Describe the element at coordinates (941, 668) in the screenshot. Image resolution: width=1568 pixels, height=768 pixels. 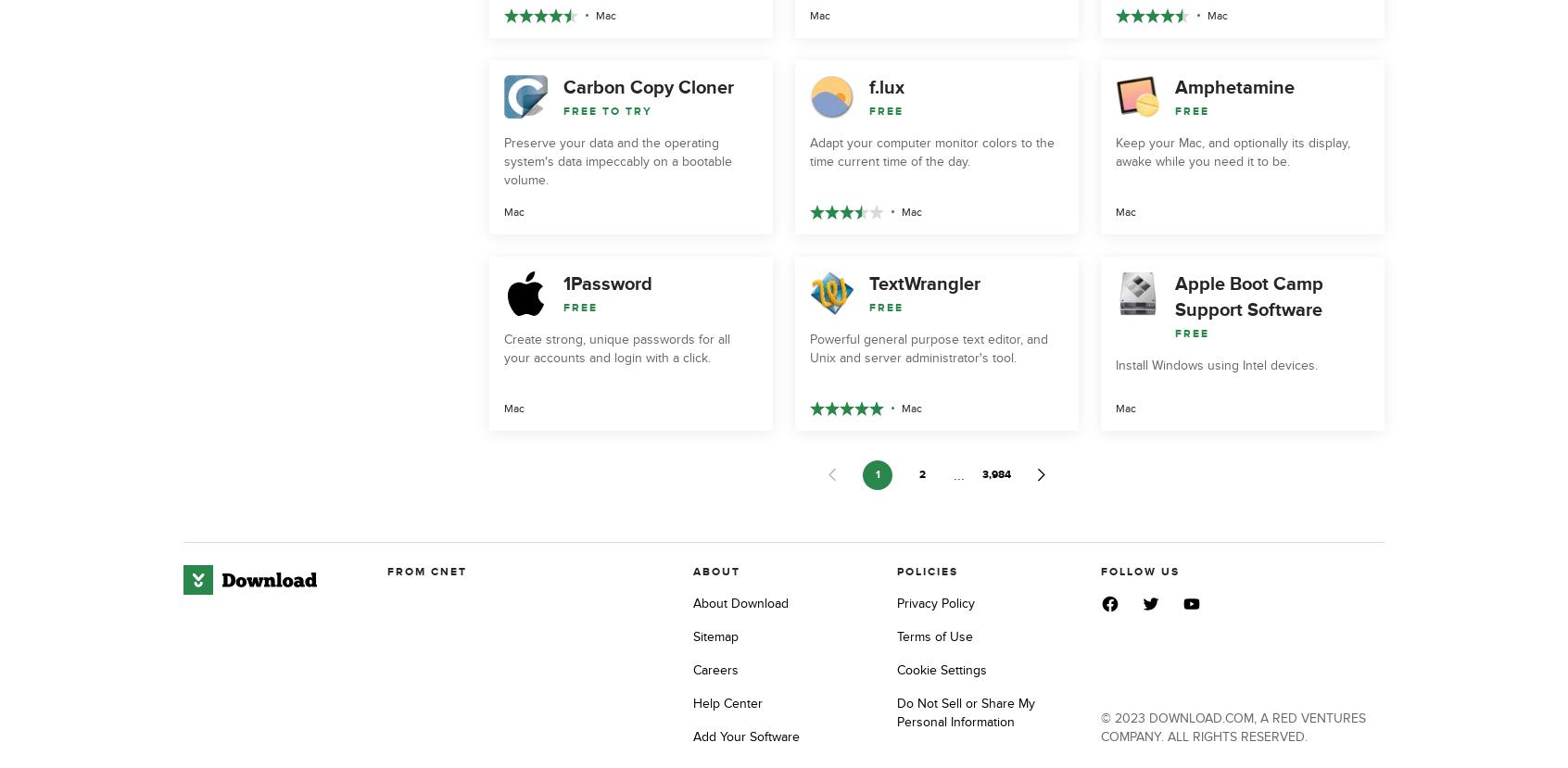
I see `'Cookie Settings'` at that location.